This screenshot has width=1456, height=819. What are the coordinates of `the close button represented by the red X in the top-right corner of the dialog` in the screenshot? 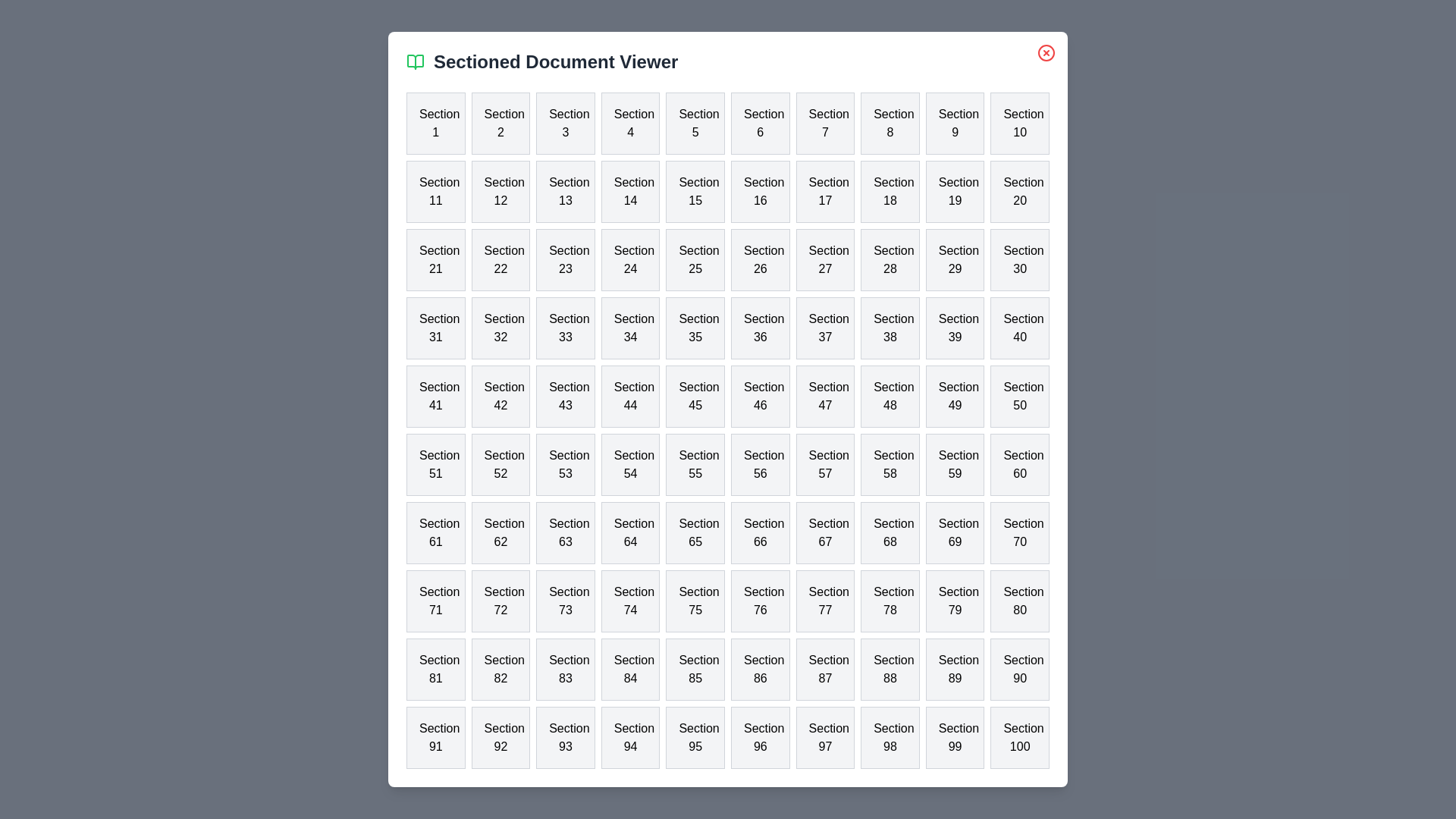 It's located at (1046, 52).